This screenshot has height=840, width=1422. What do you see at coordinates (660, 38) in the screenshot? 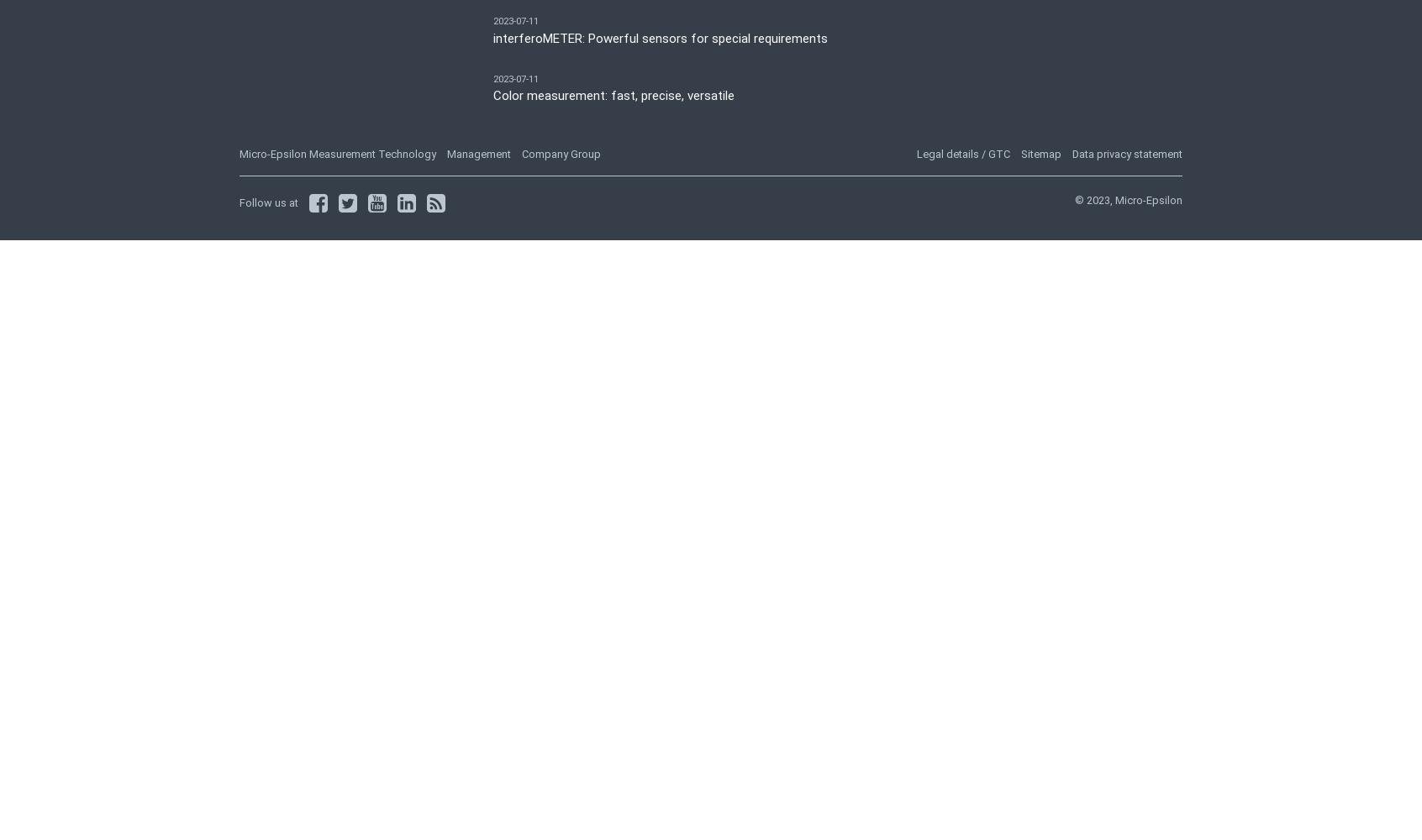
I see `'interferoMETER: Powerful sensors for special requirements'` at bounding box center [660, 38].